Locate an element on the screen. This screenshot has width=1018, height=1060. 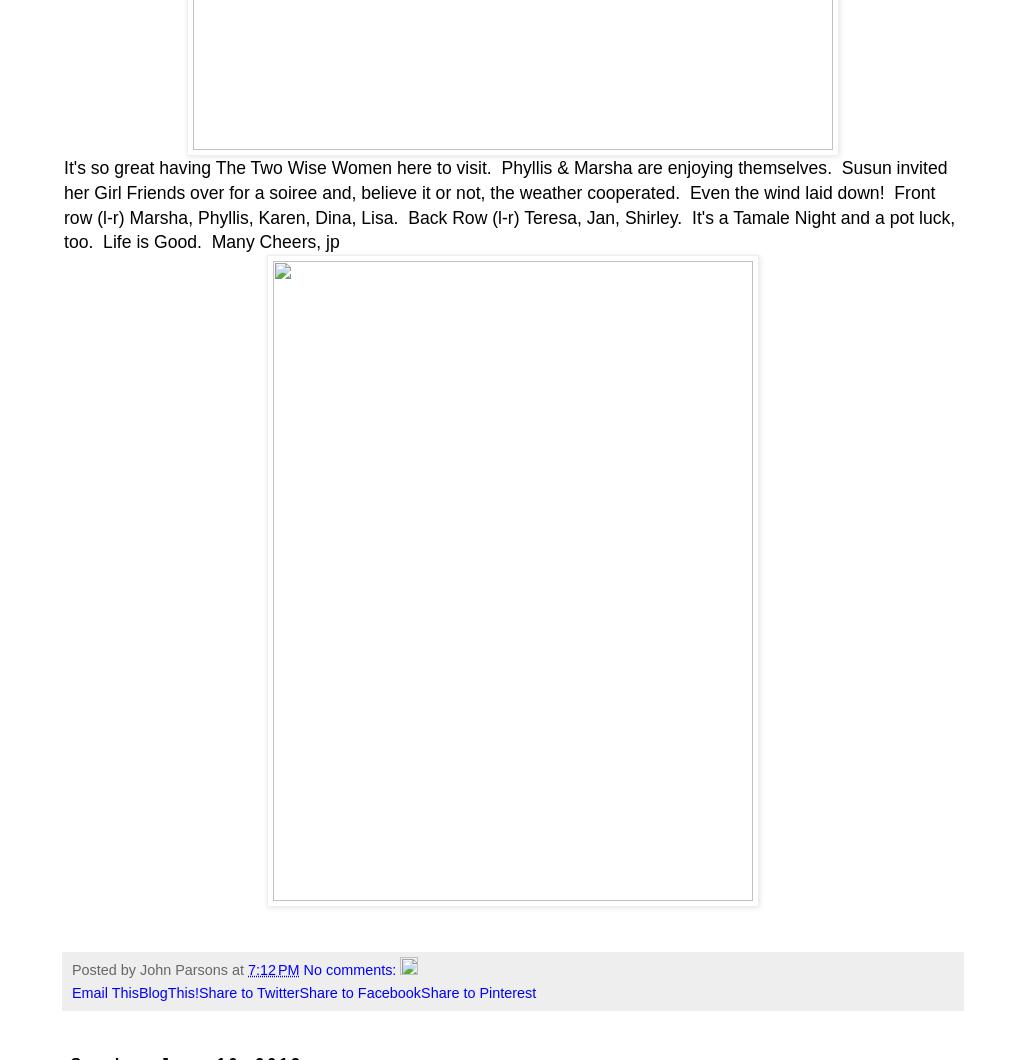
'Share to Facebook' is located at coordinates (359, 992).